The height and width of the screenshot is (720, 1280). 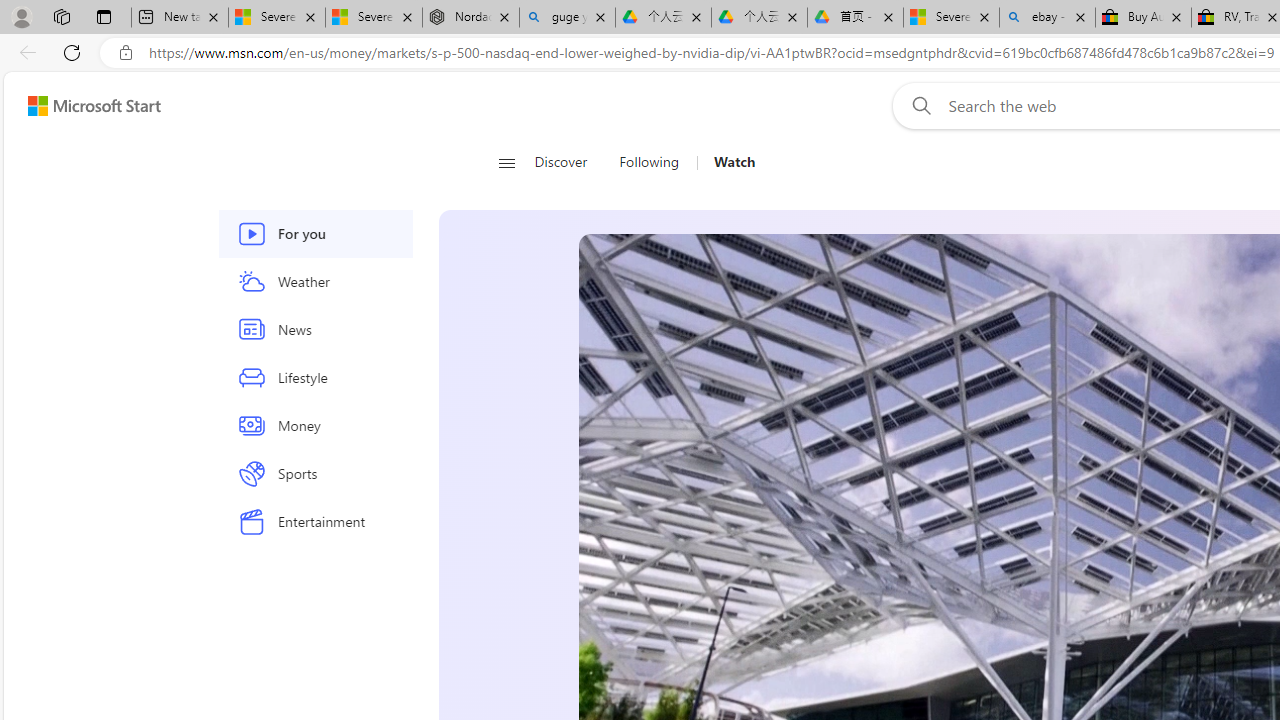 I want to click on 'Web search', so click(x=916, y=105).